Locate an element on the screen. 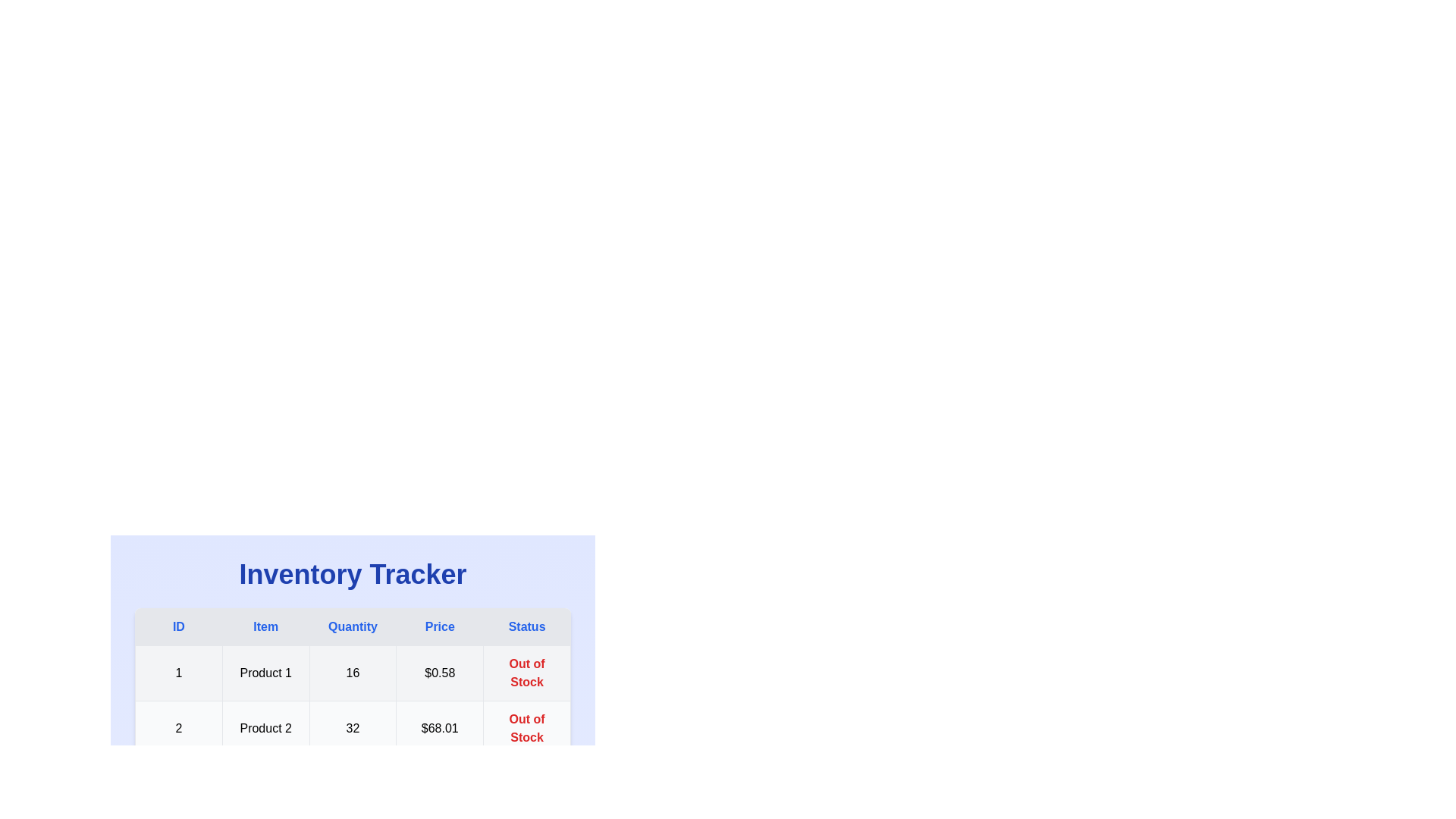 This screenshot has width=1456, height=819. the row corresponding to 1 is located at coordinates (352, 672).